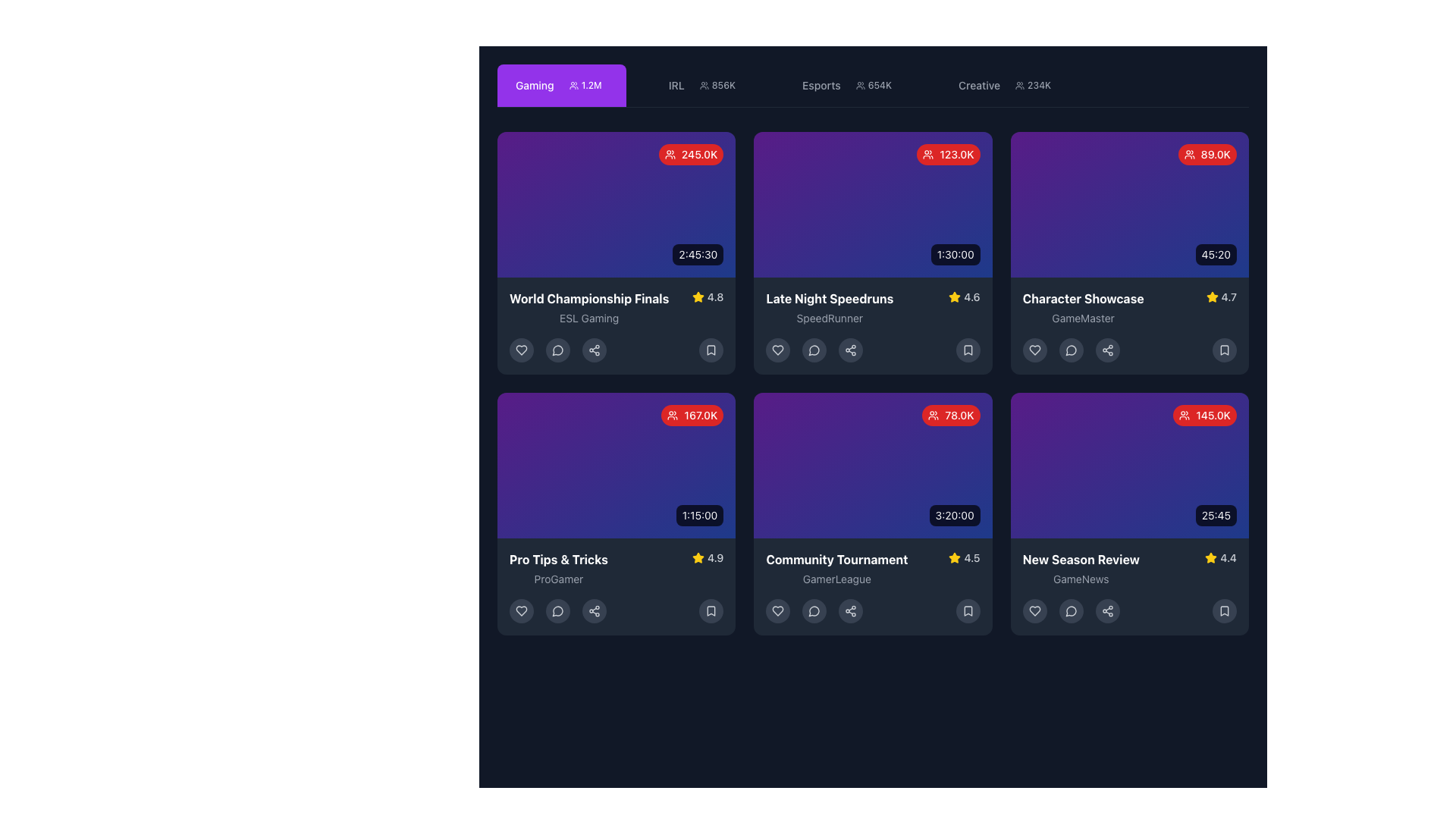  What do you see at coordinates (698, 155) in the screenshot?
I see `numeric value displayed in the text label at the top-right corner of the 'World Championship Finals' card, which indicates the count of live viewers or participants` at bounding box center [698, 155].